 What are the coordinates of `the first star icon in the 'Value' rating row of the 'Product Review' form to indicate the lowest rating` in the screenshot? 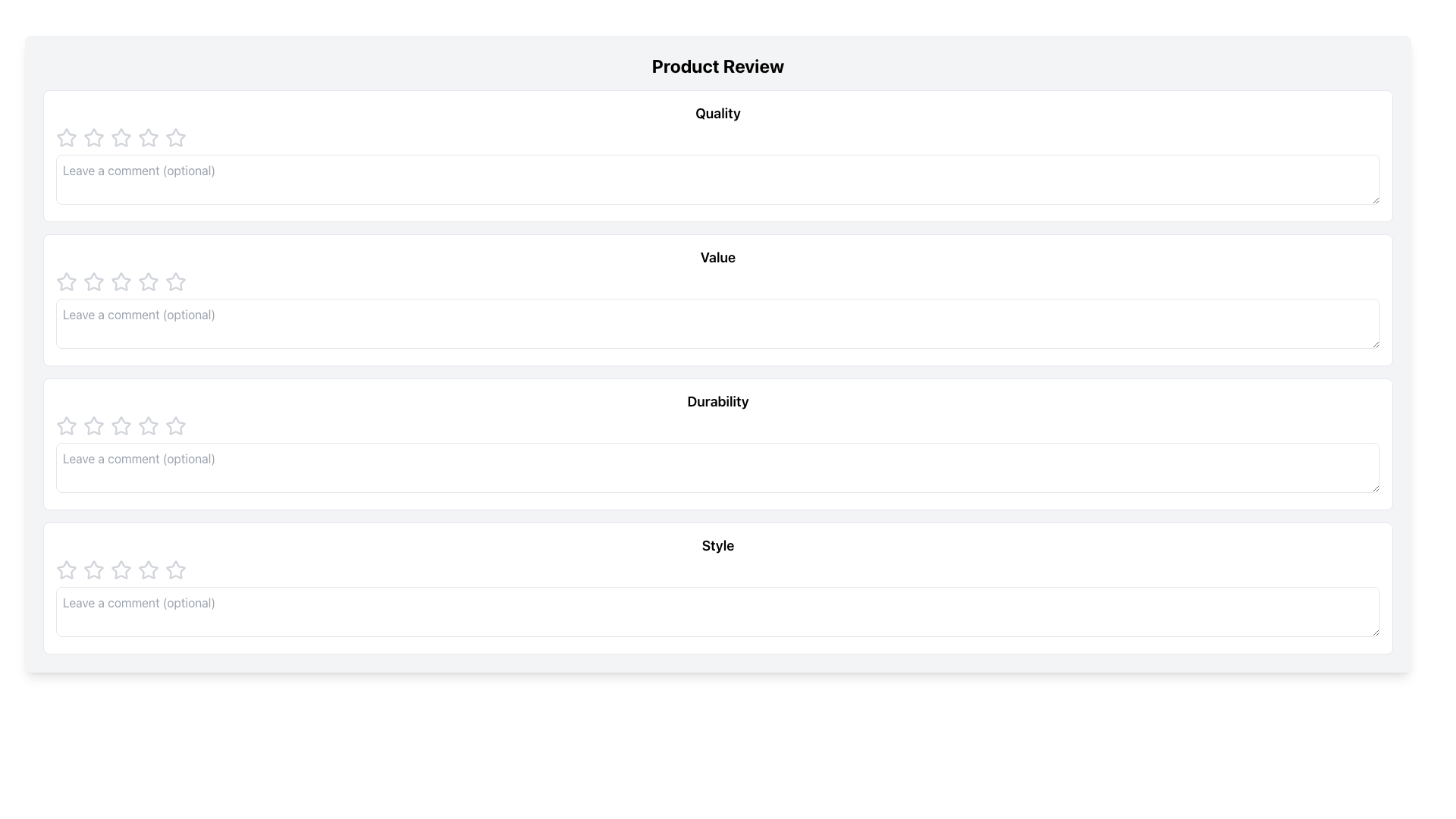 It's located at (93, 281).